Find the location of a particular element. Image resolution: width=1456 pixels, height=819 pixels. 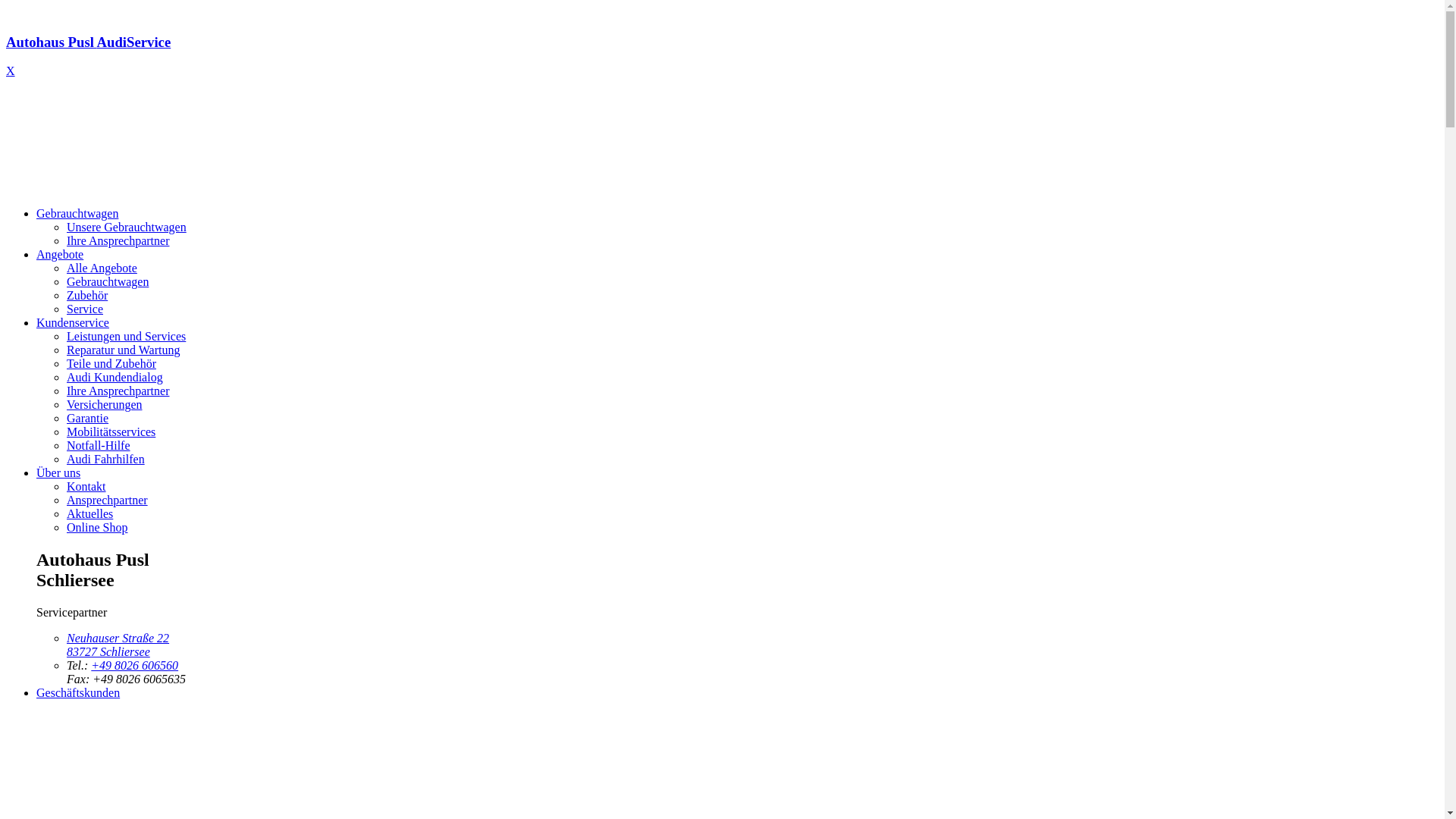

'Kundenservice' is located at coordinates (72, 322).